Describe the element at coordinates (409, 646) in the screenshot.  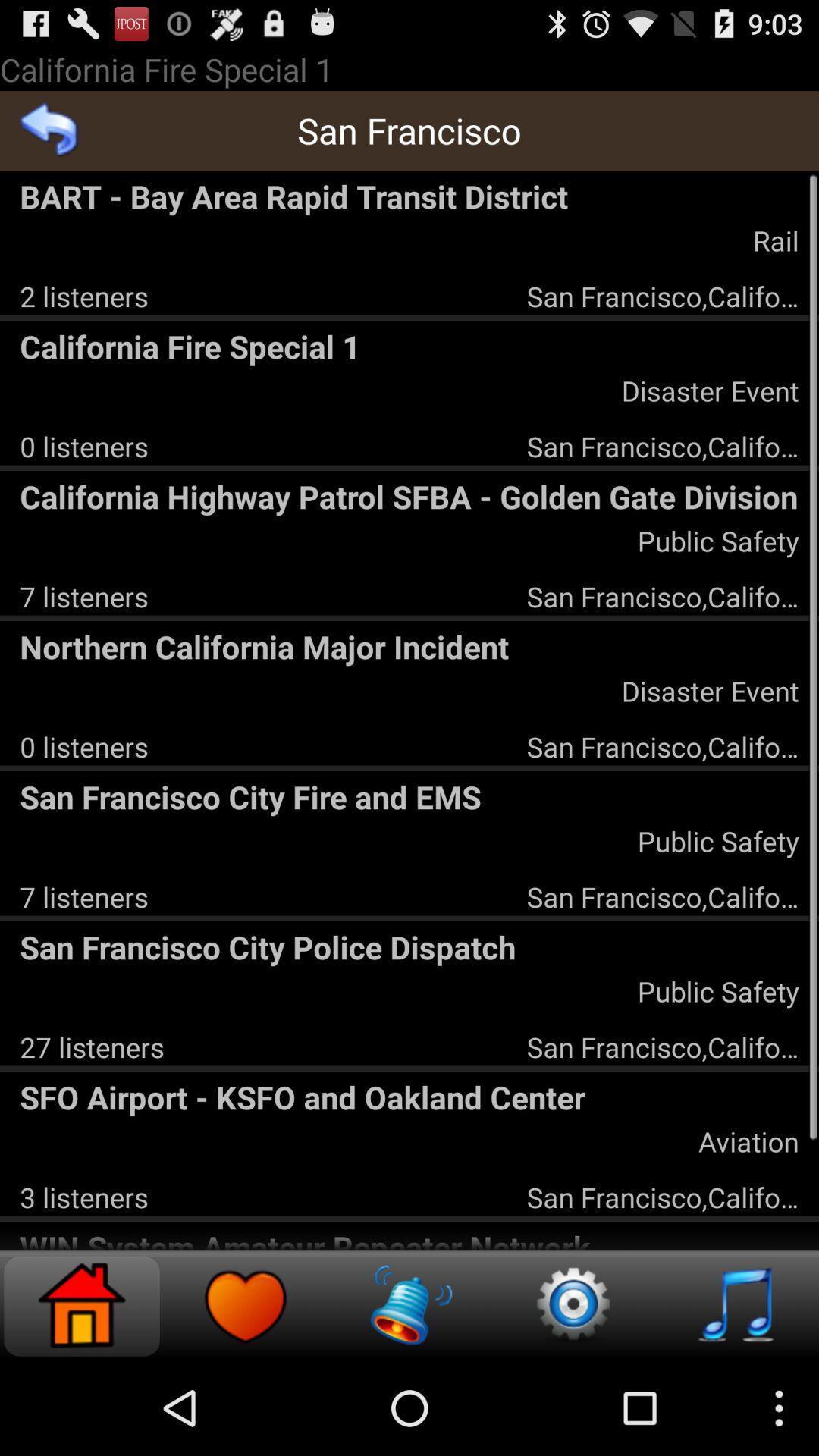
I see `the app above disaster event item` at that location.